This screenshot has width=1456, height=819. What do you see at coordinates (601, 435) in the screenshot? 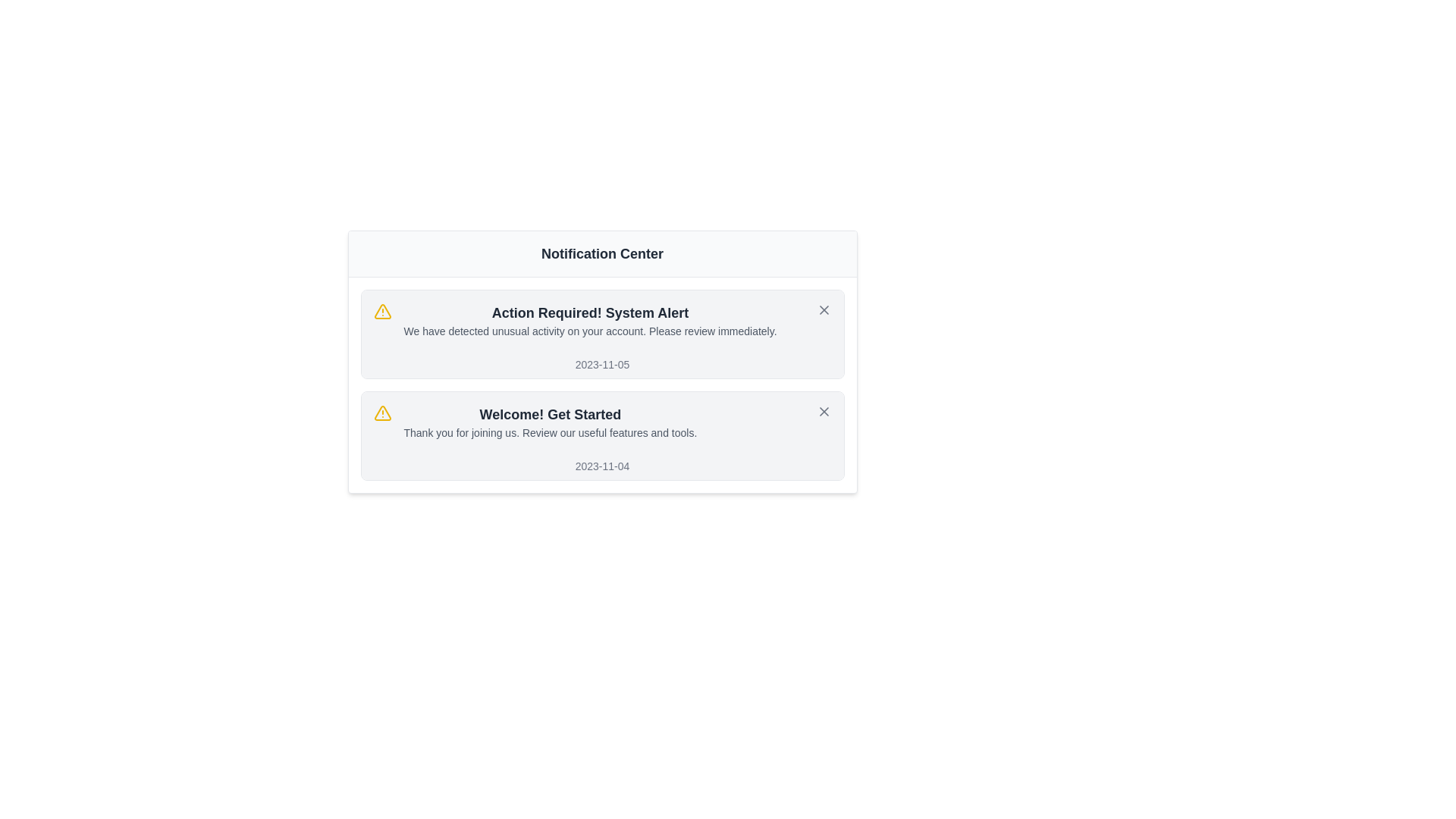
I see `the second notification card in the Notification Center` at bounding box center [601, 435].